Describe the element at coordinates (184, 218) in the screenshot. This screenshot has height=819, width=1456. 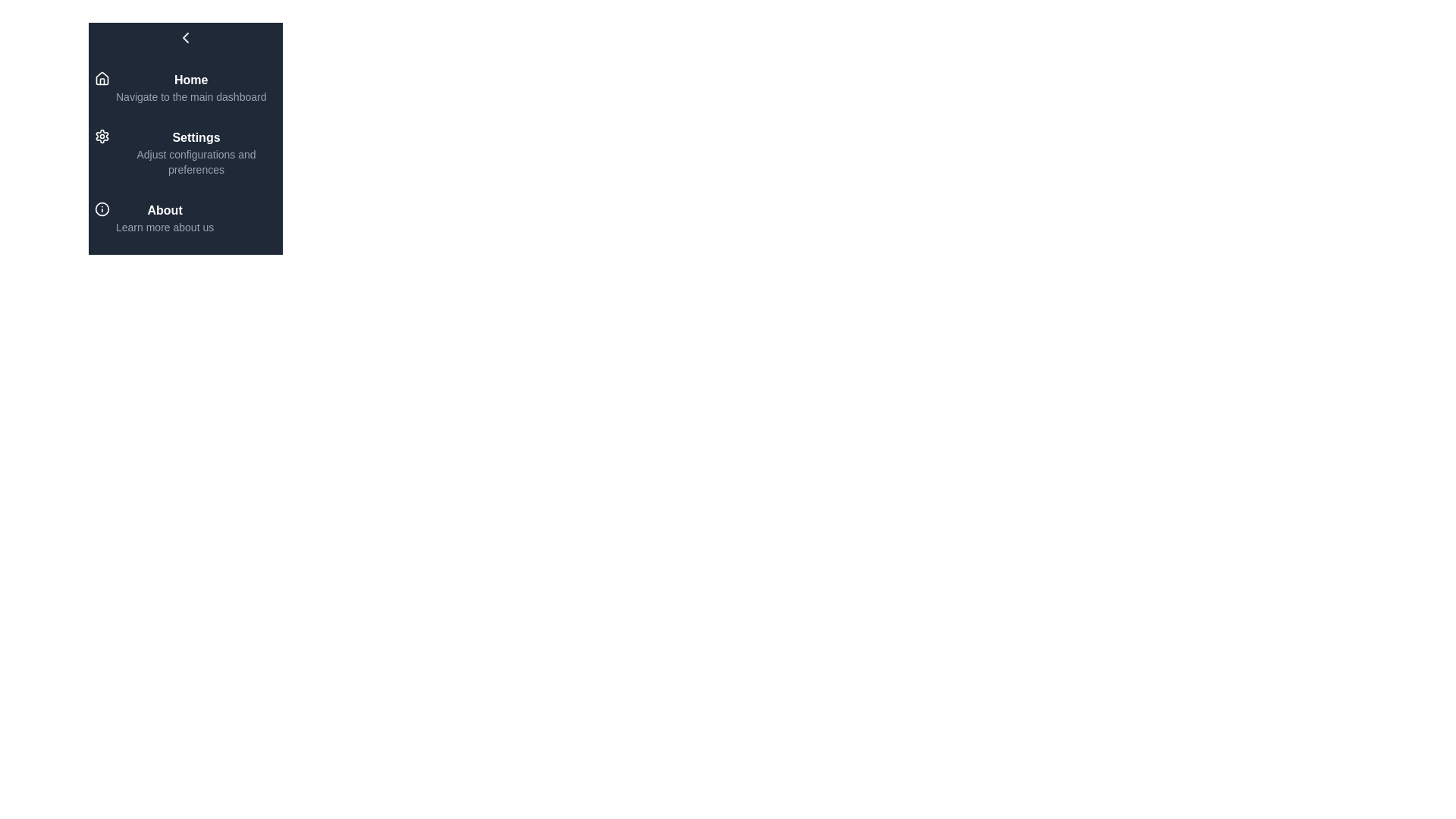
I see `the menu item About to navigate to its associated page` at that location.